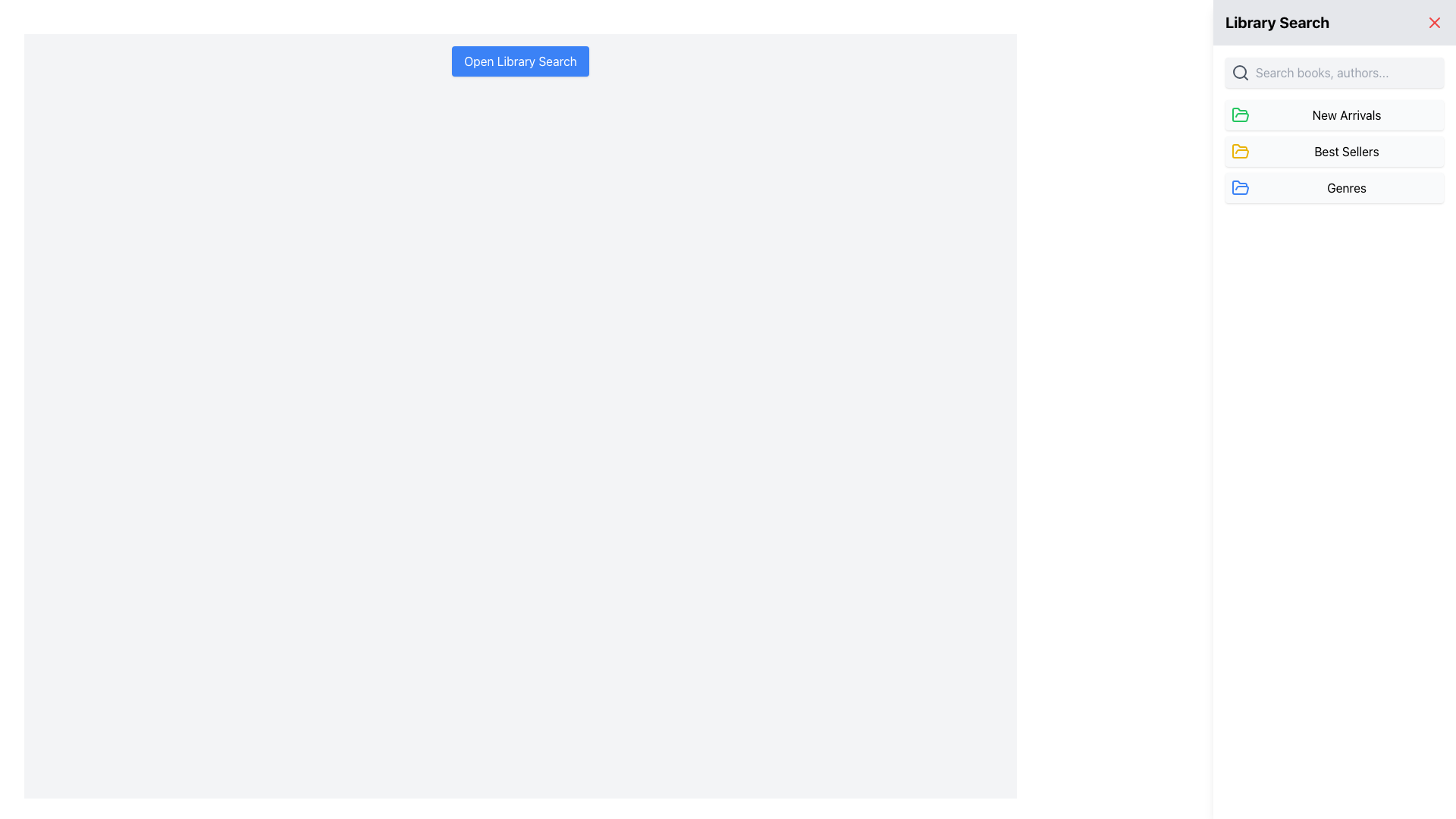  What do you see at coordinates (1241, 152) in the screenshot?
I see `the 'Best Sellers' icon in the library search panel` at bounding box center [1241, 152].